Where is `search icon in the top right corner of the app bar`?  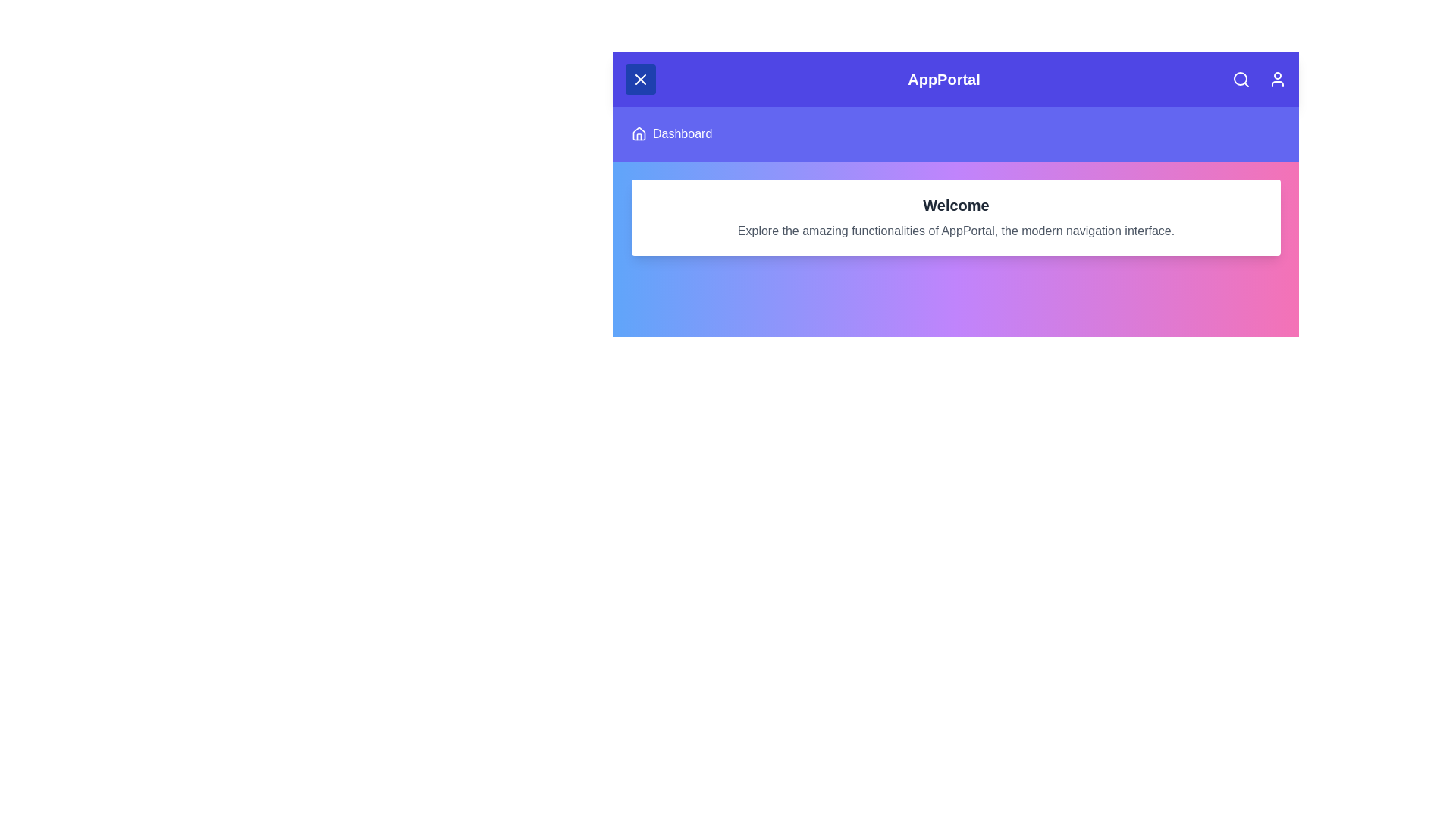
search icon in the top right corner of the app bar is located at coordinates (1241, 79).